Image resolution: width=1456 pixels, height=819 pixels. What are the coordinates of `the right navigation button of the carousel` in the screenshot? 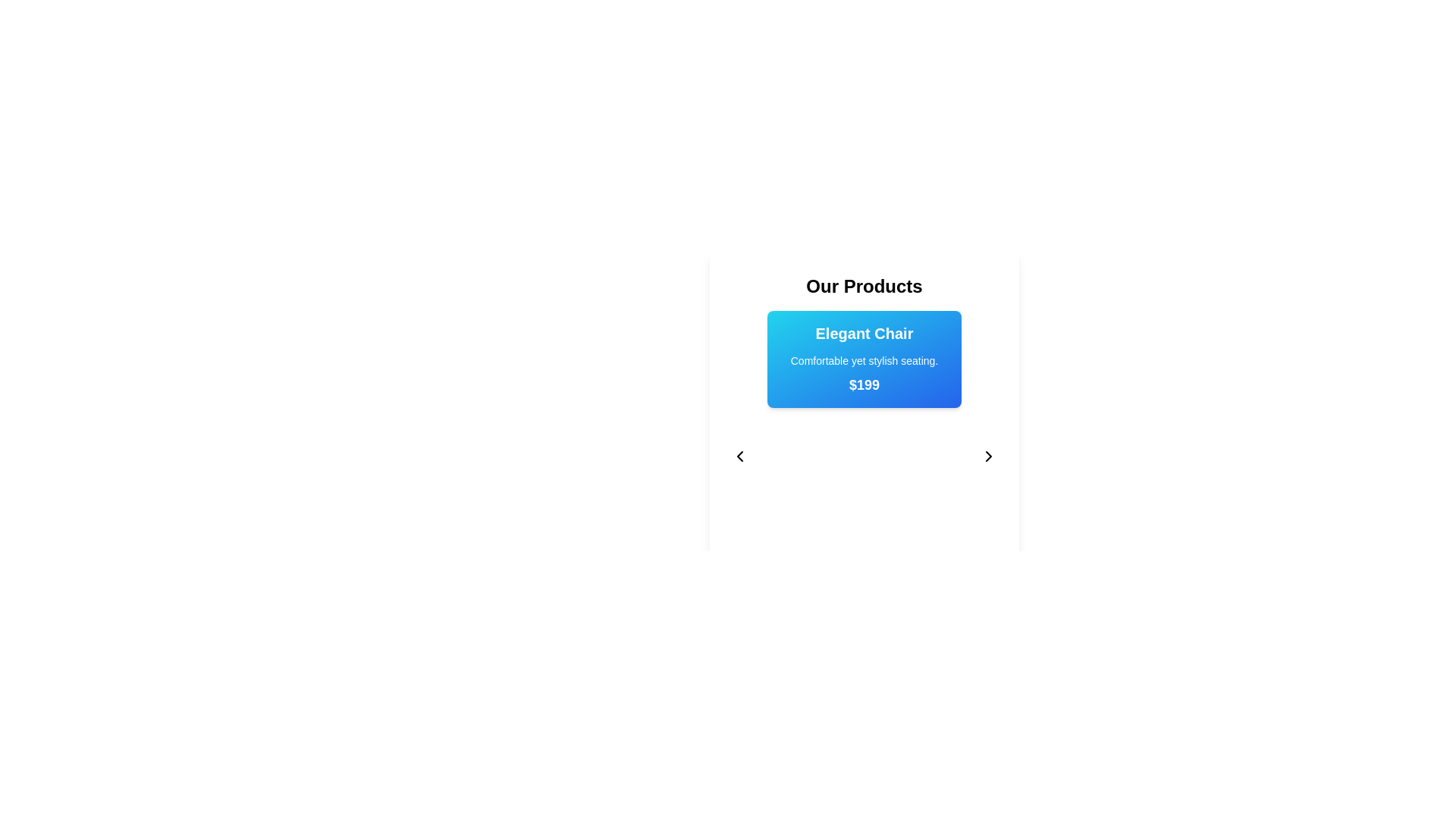 It's located at (989, 455).